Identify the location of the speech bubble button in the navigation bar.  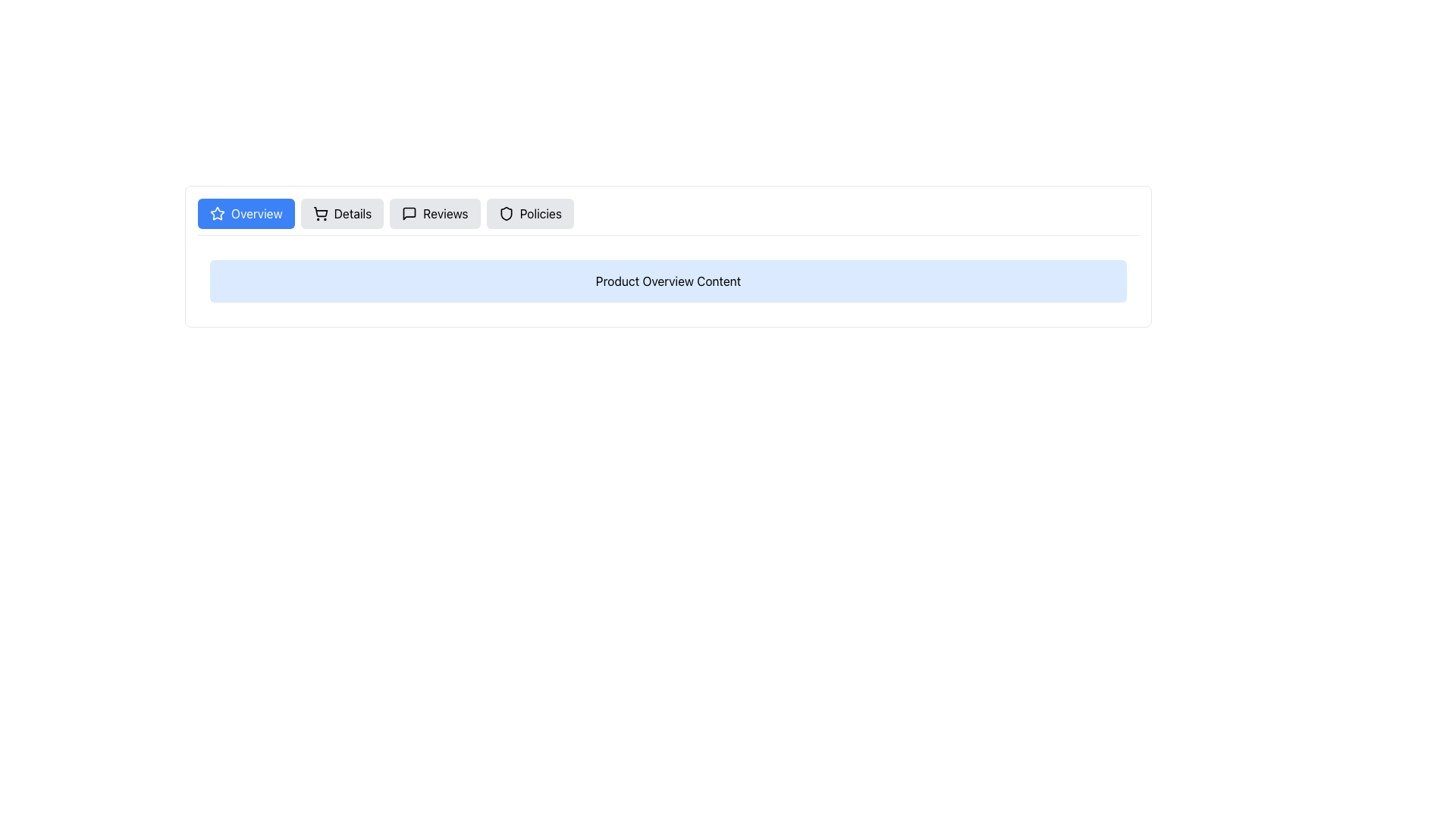
(409, 213).